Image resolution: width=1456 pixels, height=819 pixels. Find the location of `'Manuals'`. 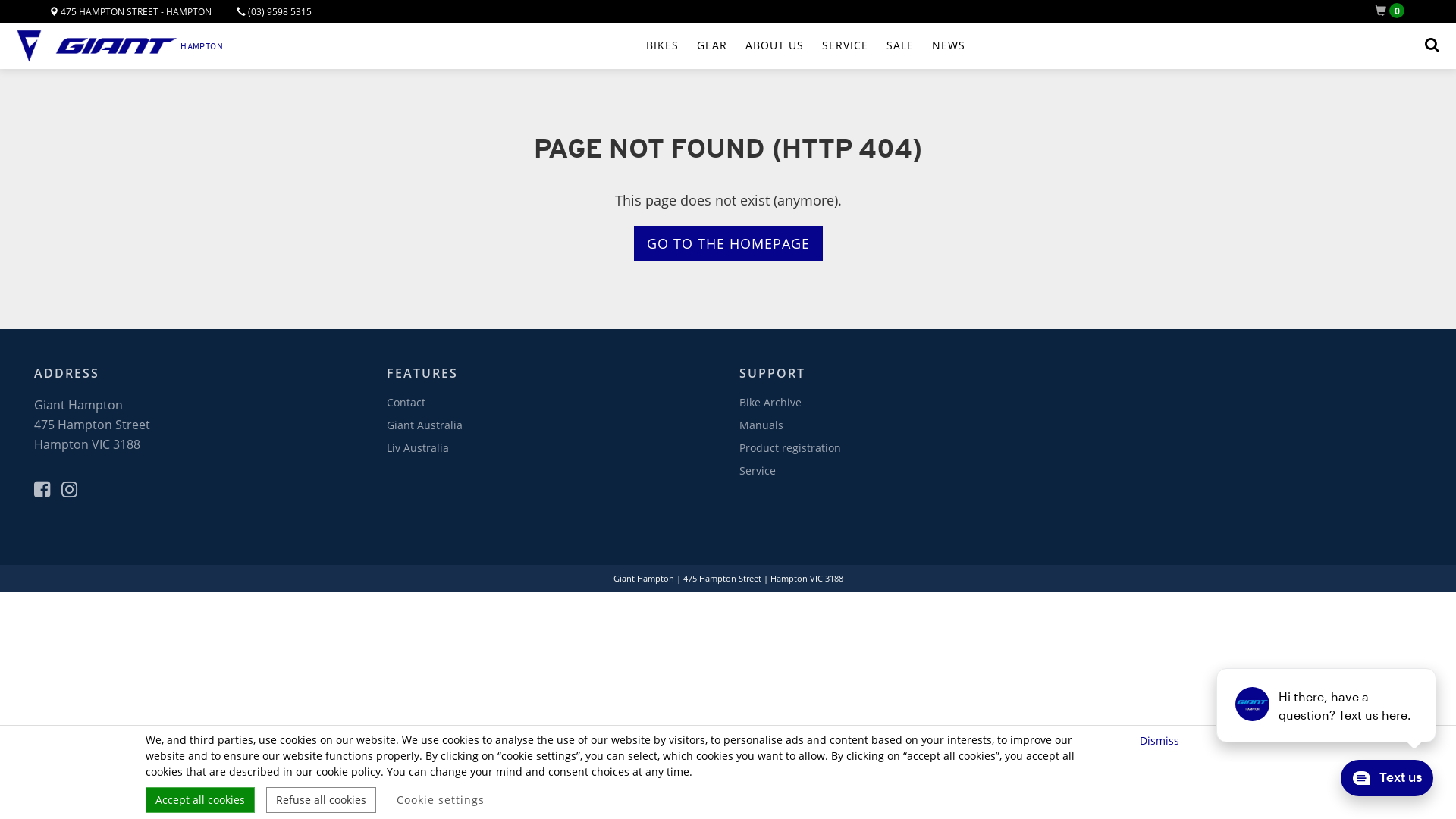

'Manuals' is located at coordinates (739, 425).